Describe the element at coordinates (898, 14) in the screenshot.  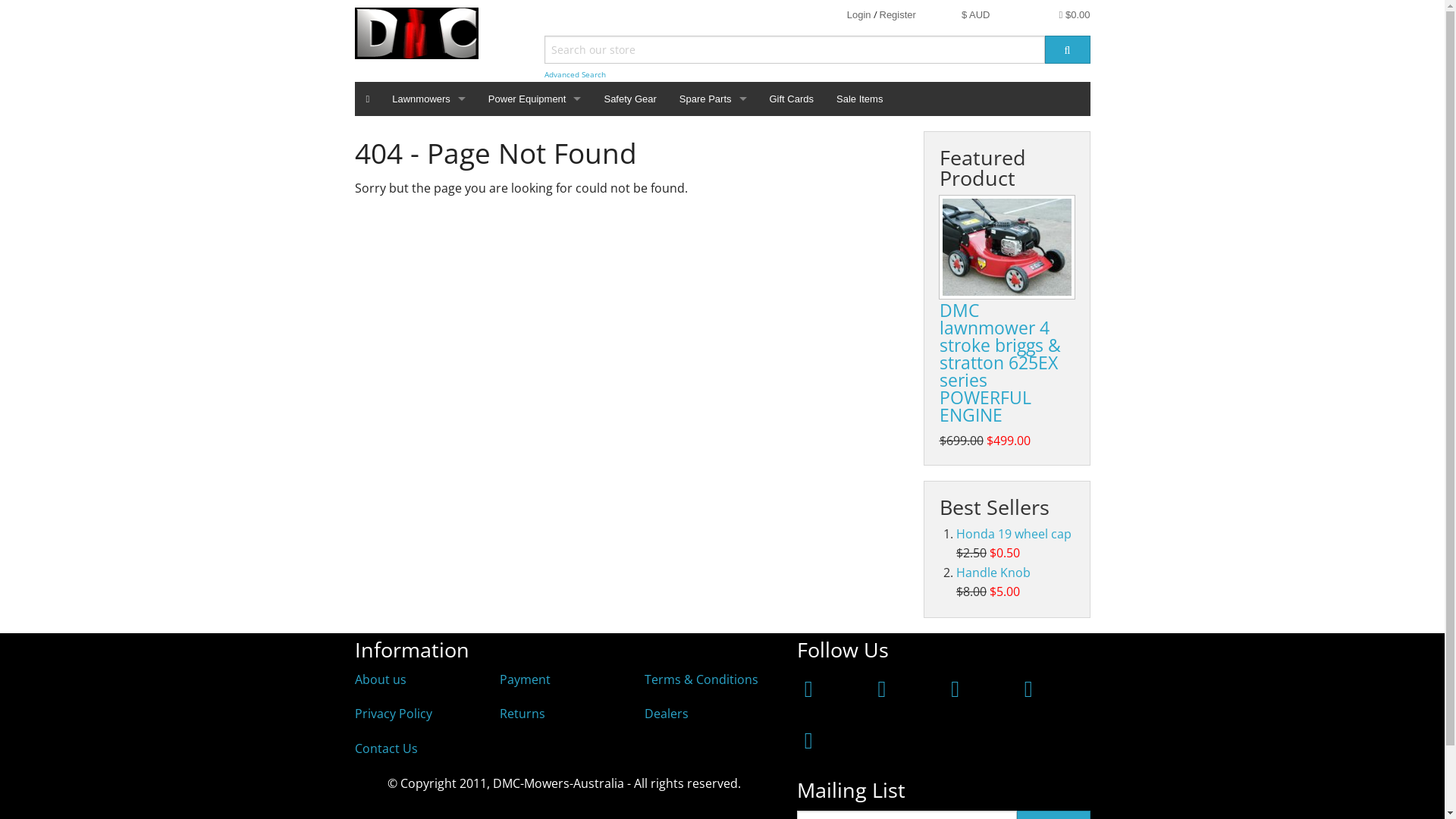
I see `'Register'` at that location.